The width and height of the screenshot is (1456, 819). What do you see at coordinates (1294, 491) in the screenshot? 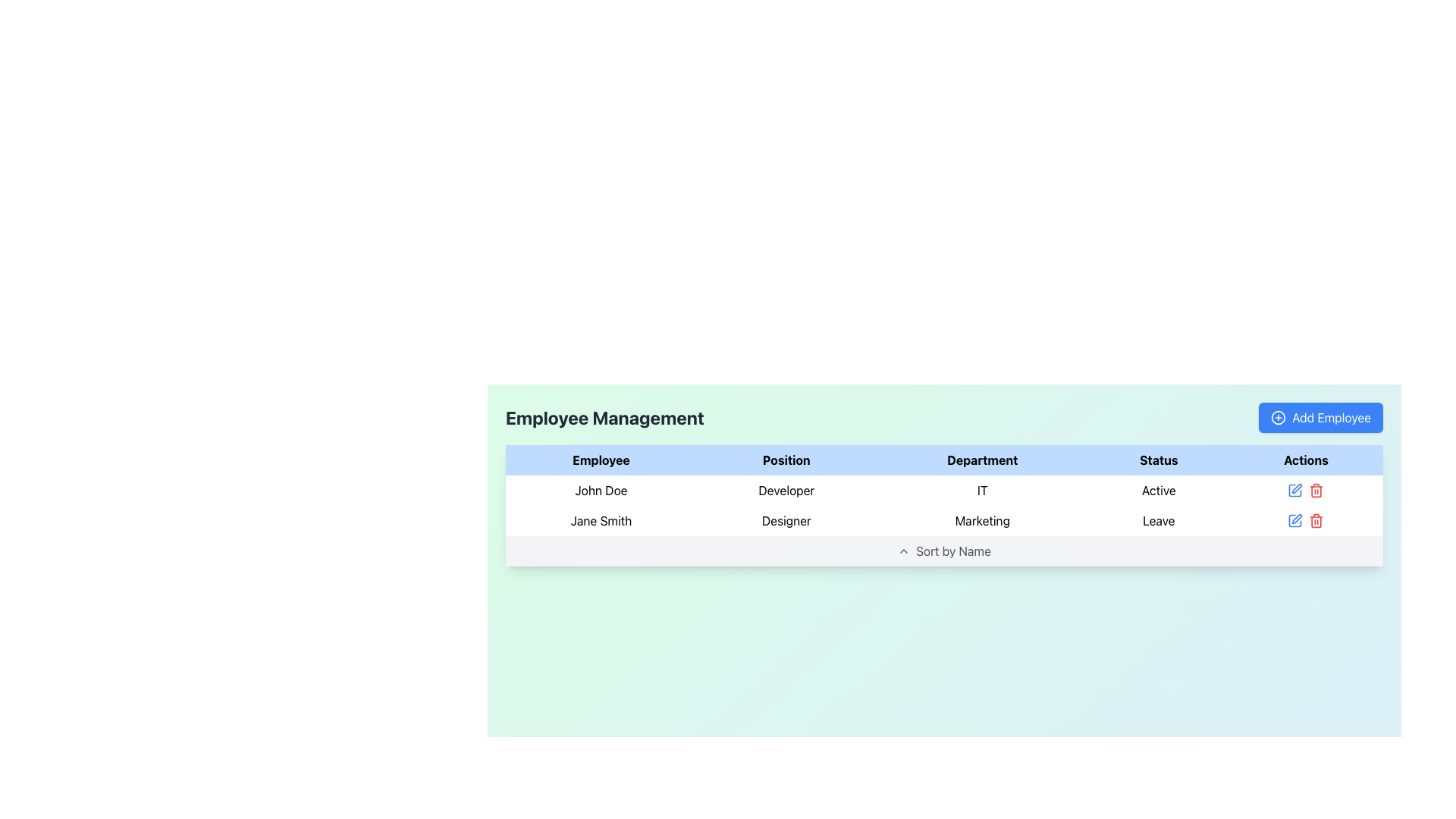
I see `the 'Edit' icon button located in the 'Actions' column beside the 'John Doe' entry to initiate editing` at bounding box center [1294, 491].